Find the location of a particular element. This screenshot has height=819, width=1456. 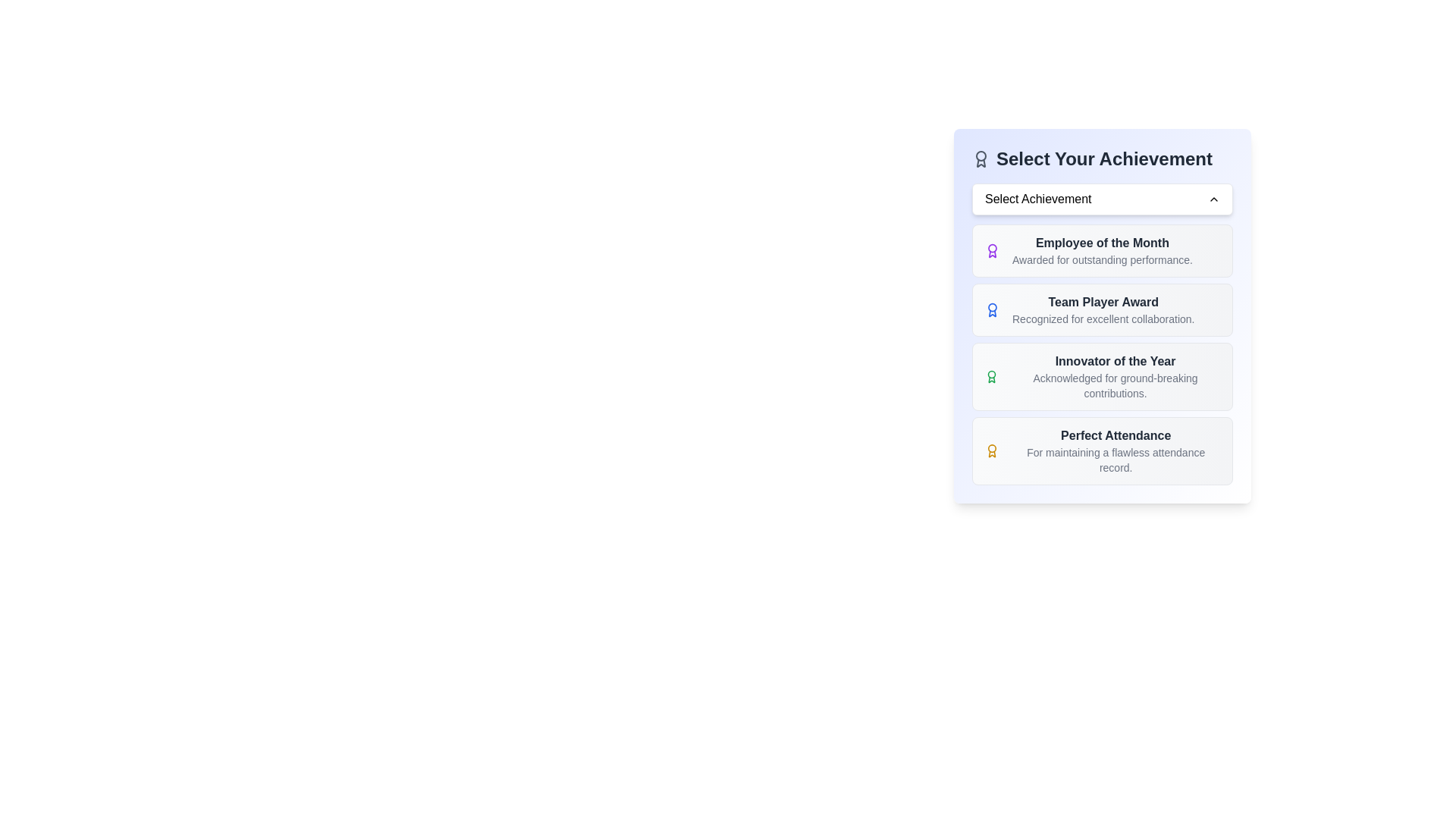

the static text label providing a descriptive subtitle for the 'Team Player Award', located beneath the bold title in the achievement options list is located at coordinates (1103, 318).